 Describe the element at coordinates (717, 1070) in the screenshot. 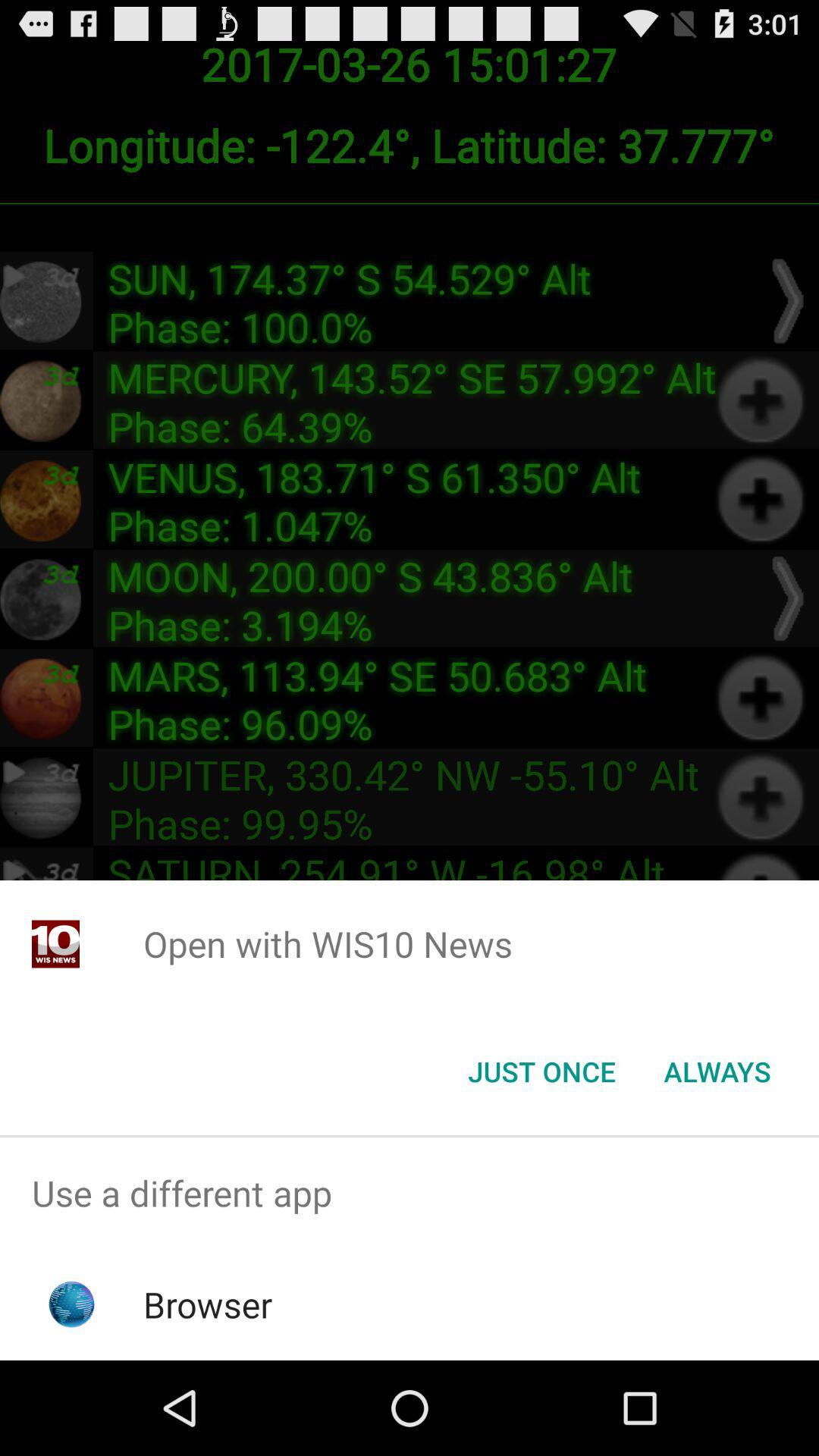

I see `the icon at the bottom right corner` at that location.